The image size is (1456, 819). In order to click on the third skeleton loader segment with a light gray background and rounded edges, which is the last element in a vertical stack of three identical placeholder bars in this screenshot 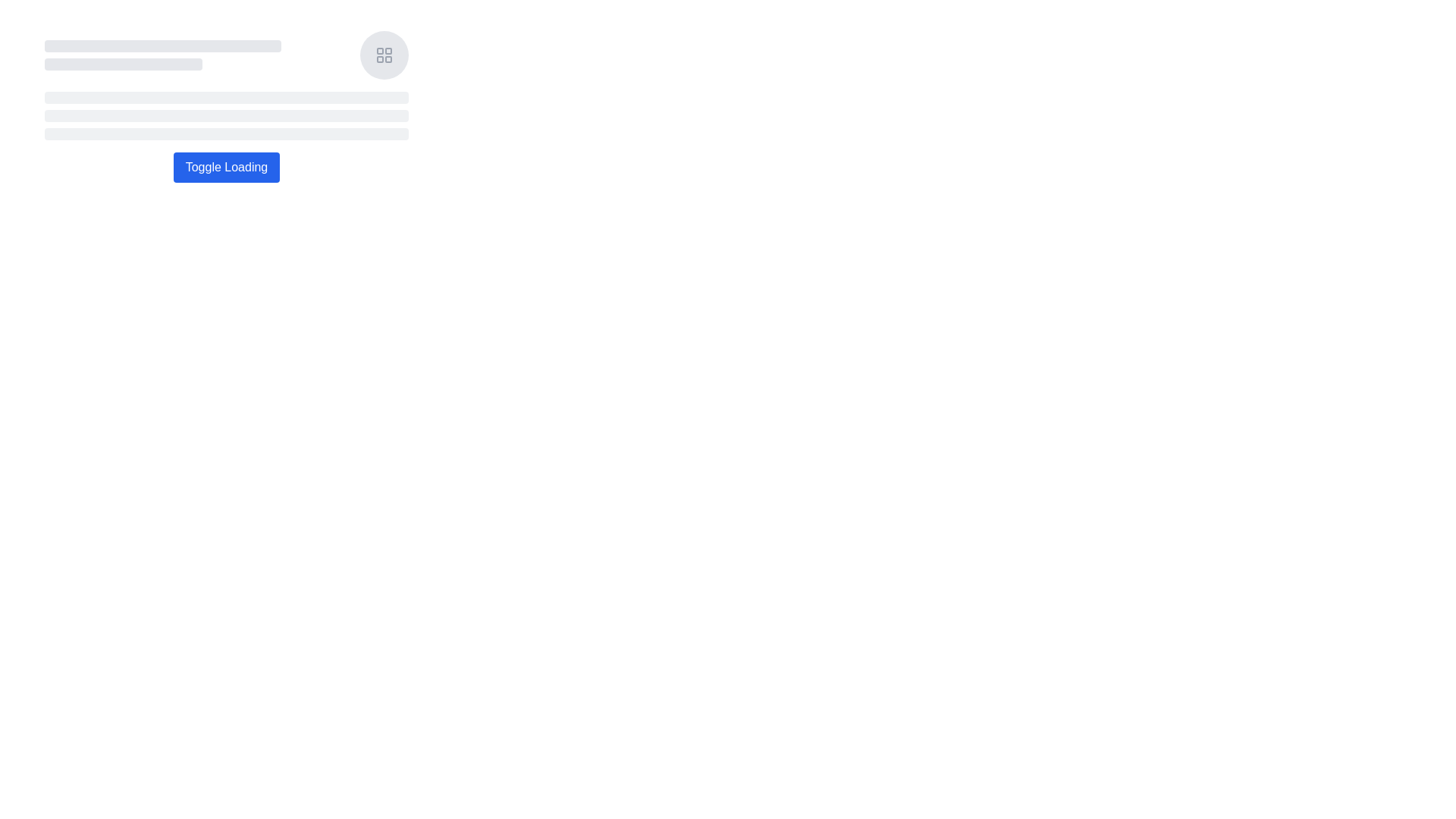, I will do `click(225, 133)`.